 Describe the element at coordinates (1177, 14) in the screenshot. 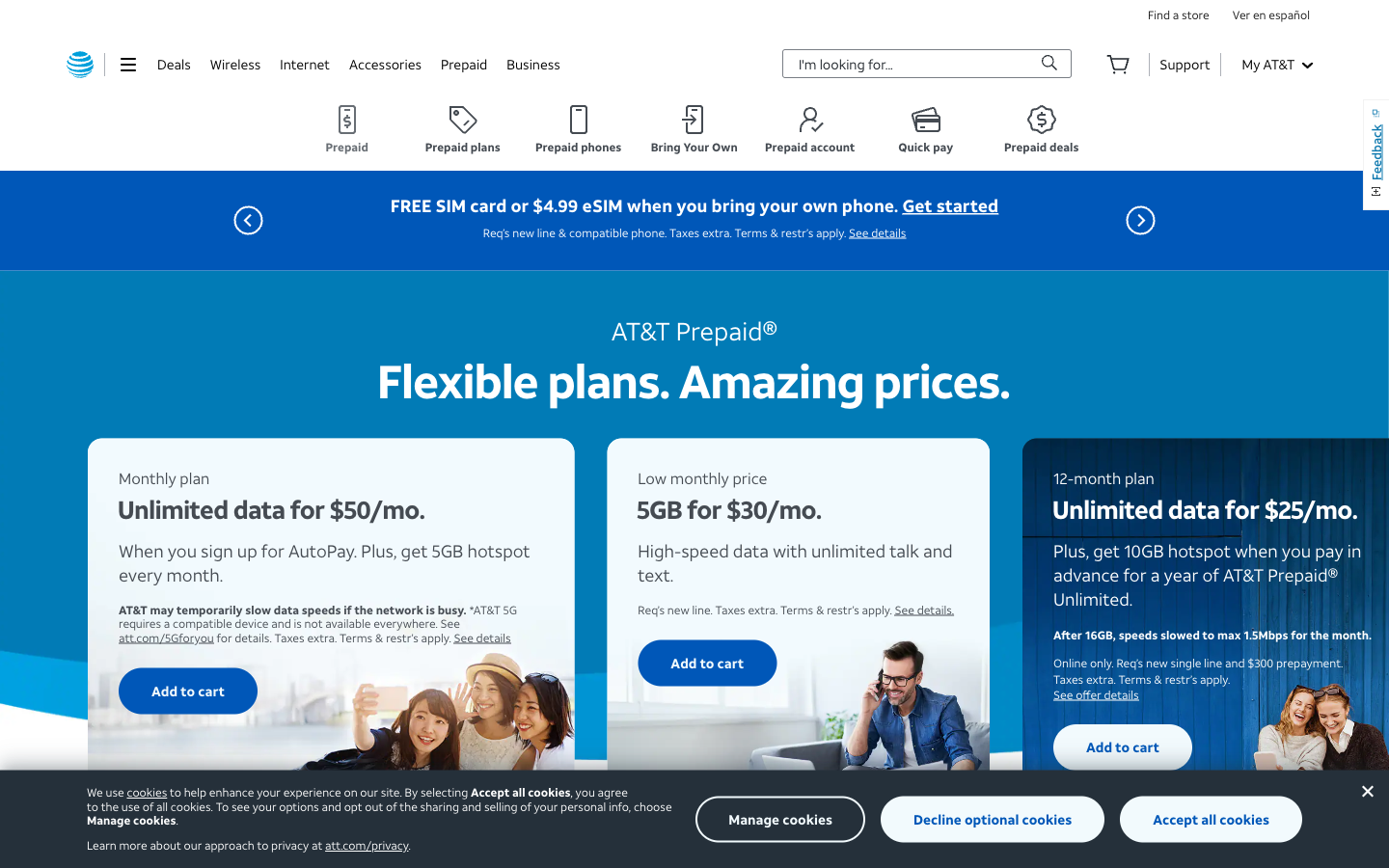

I see `the store locations tab through double click` at that location.